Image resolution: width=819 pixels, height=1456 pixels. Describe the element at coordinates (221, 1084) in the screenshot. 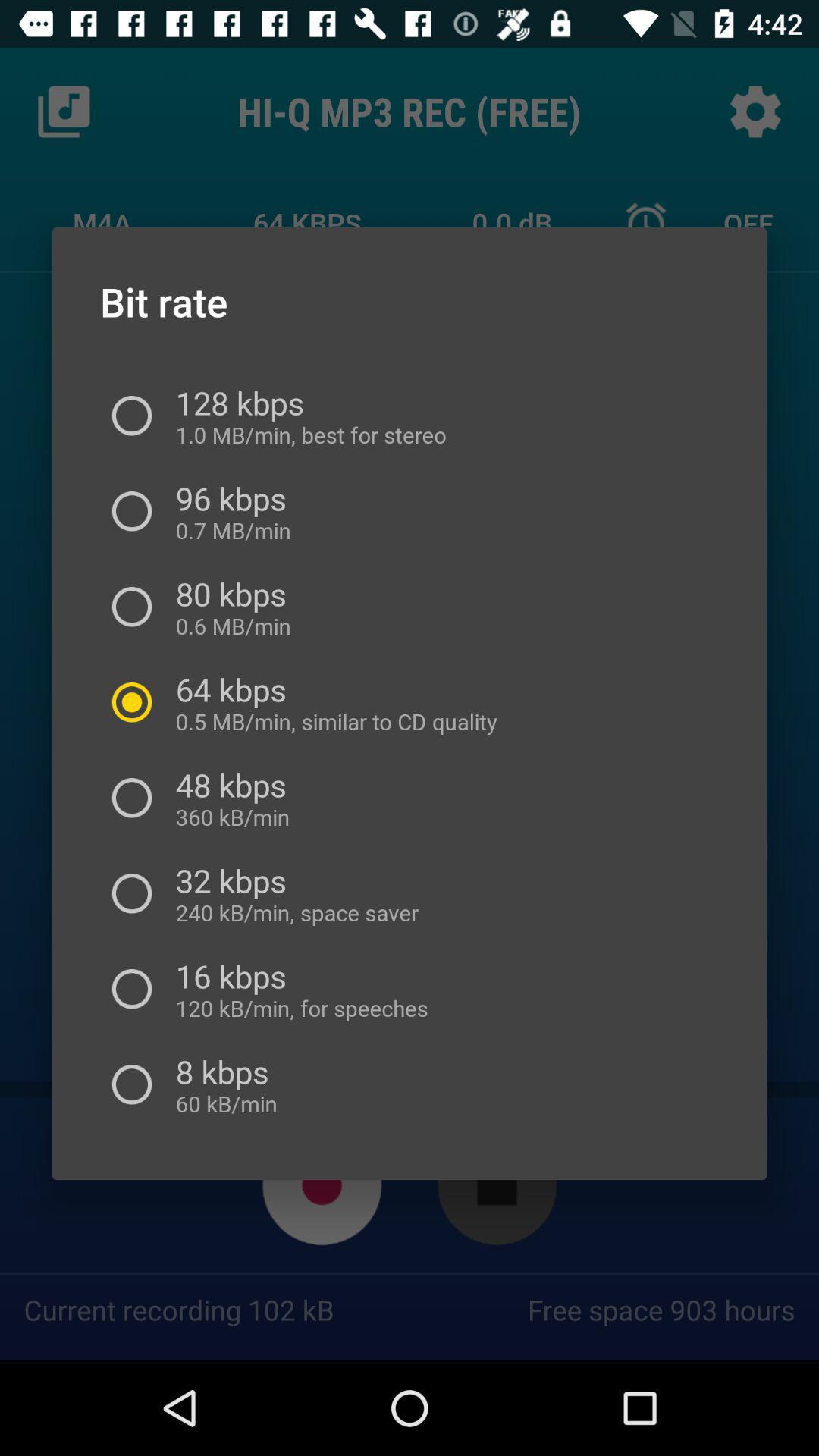

I see `the 8 kbps 60 icon` at that location.